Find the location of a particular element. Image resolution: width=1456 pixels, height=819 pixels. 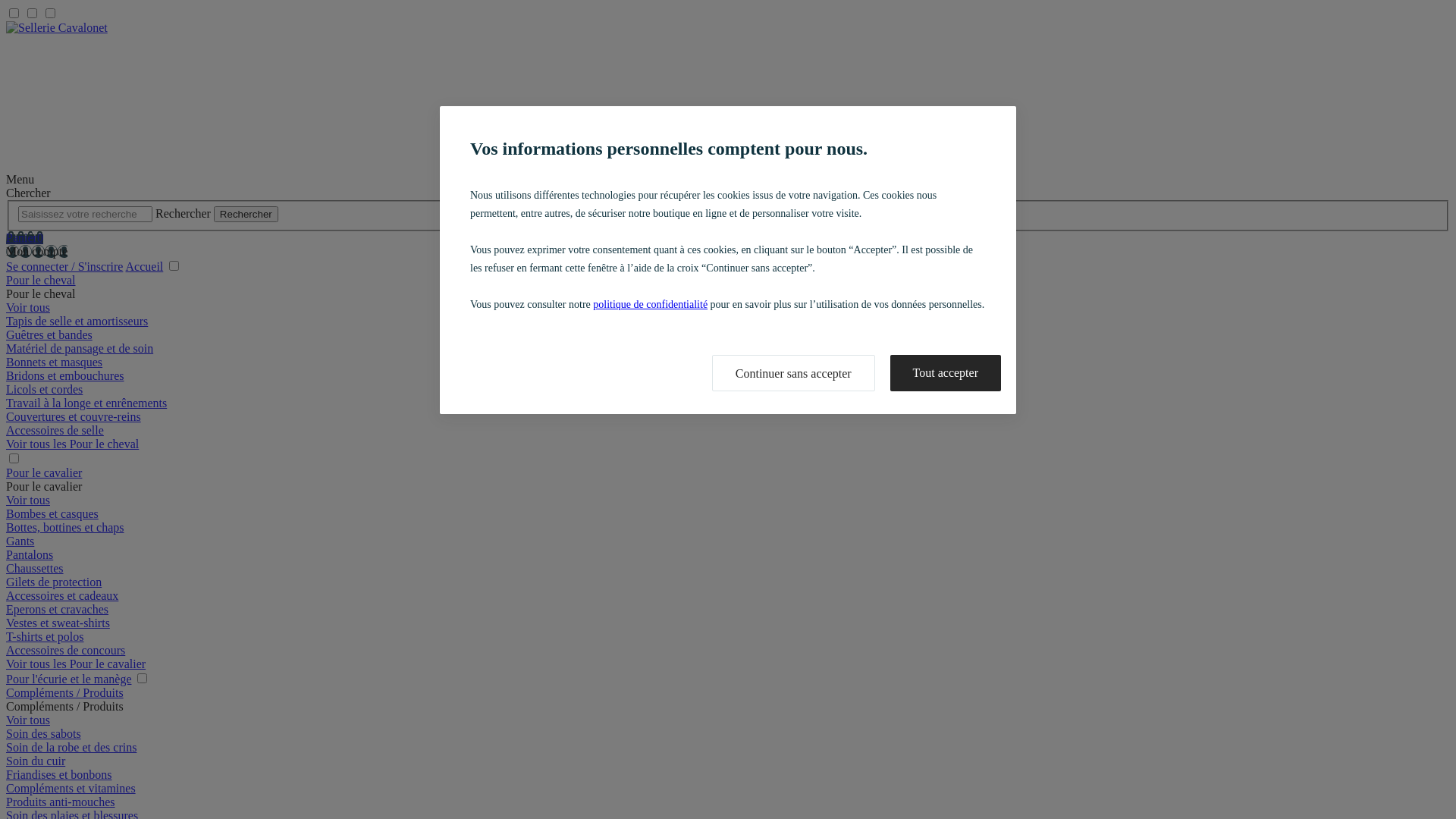

'Pour le cavalier' is located at coordinates (43, 472).